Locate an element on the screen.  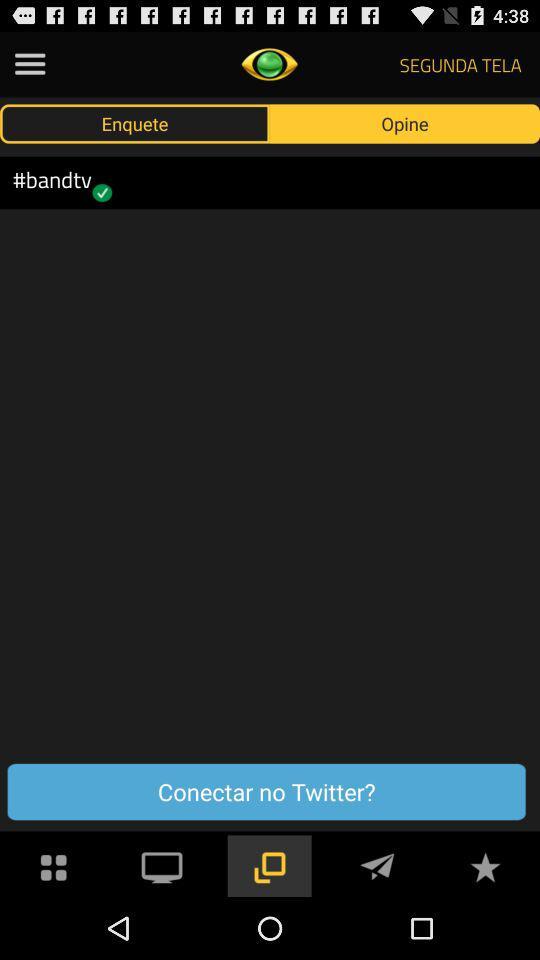
send message is located at coordinates (377, 864).